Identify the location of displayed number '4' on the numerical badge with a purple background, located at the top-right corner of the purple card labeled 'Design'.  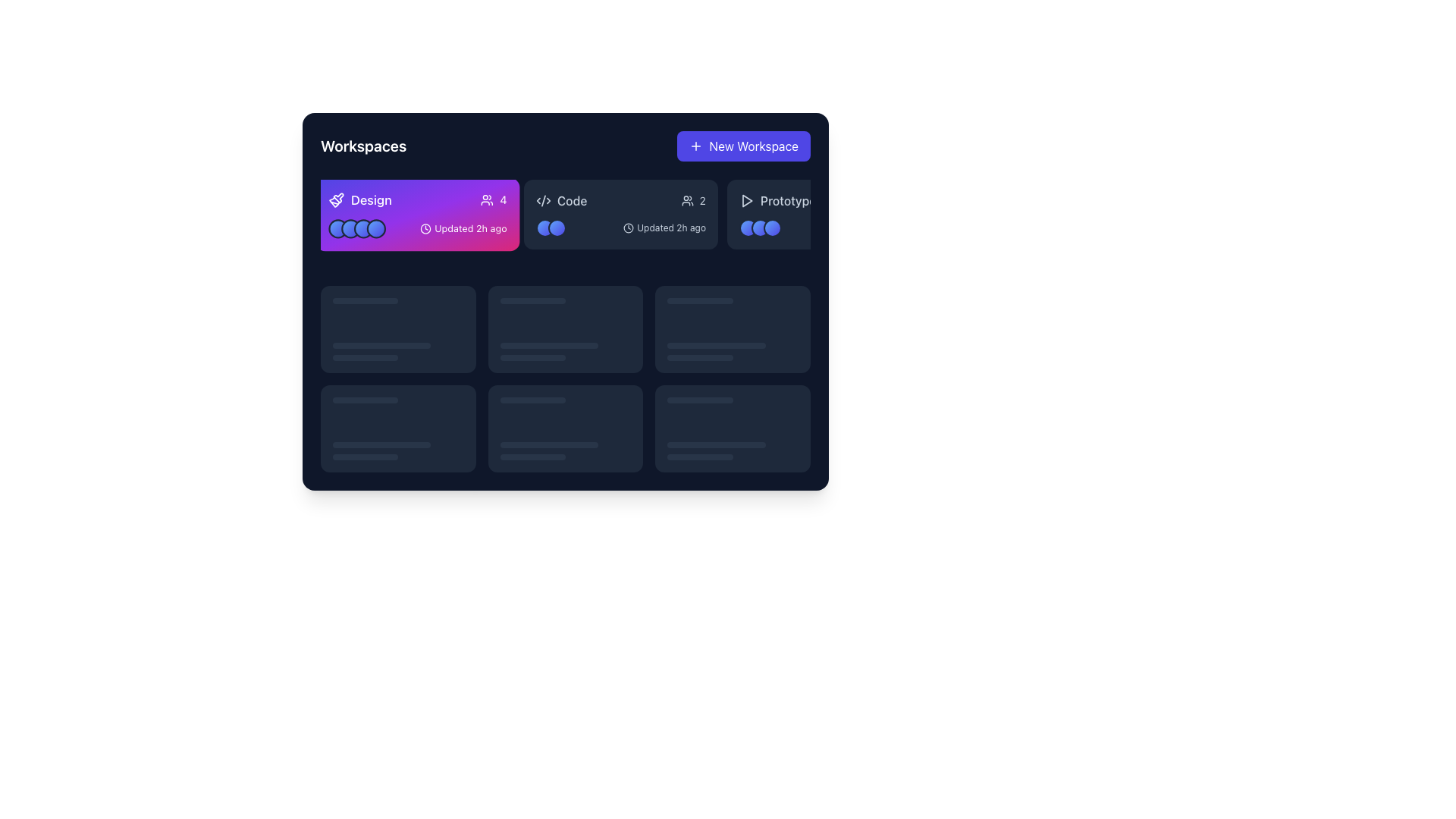
(494, 199).